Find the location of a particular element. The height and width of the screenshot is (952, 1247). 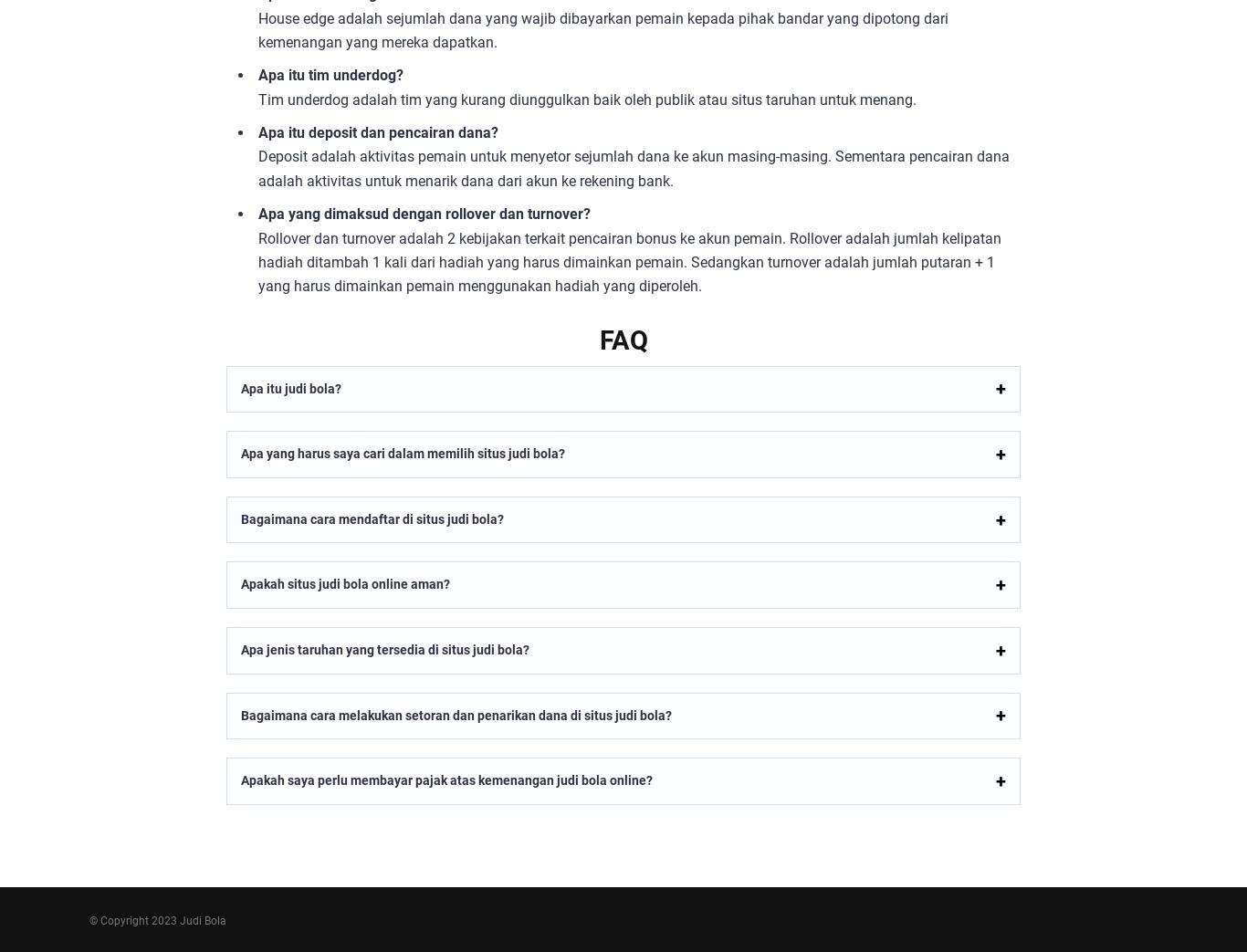

'Apa itu judi bola?' is located at coordinates (290, 388).